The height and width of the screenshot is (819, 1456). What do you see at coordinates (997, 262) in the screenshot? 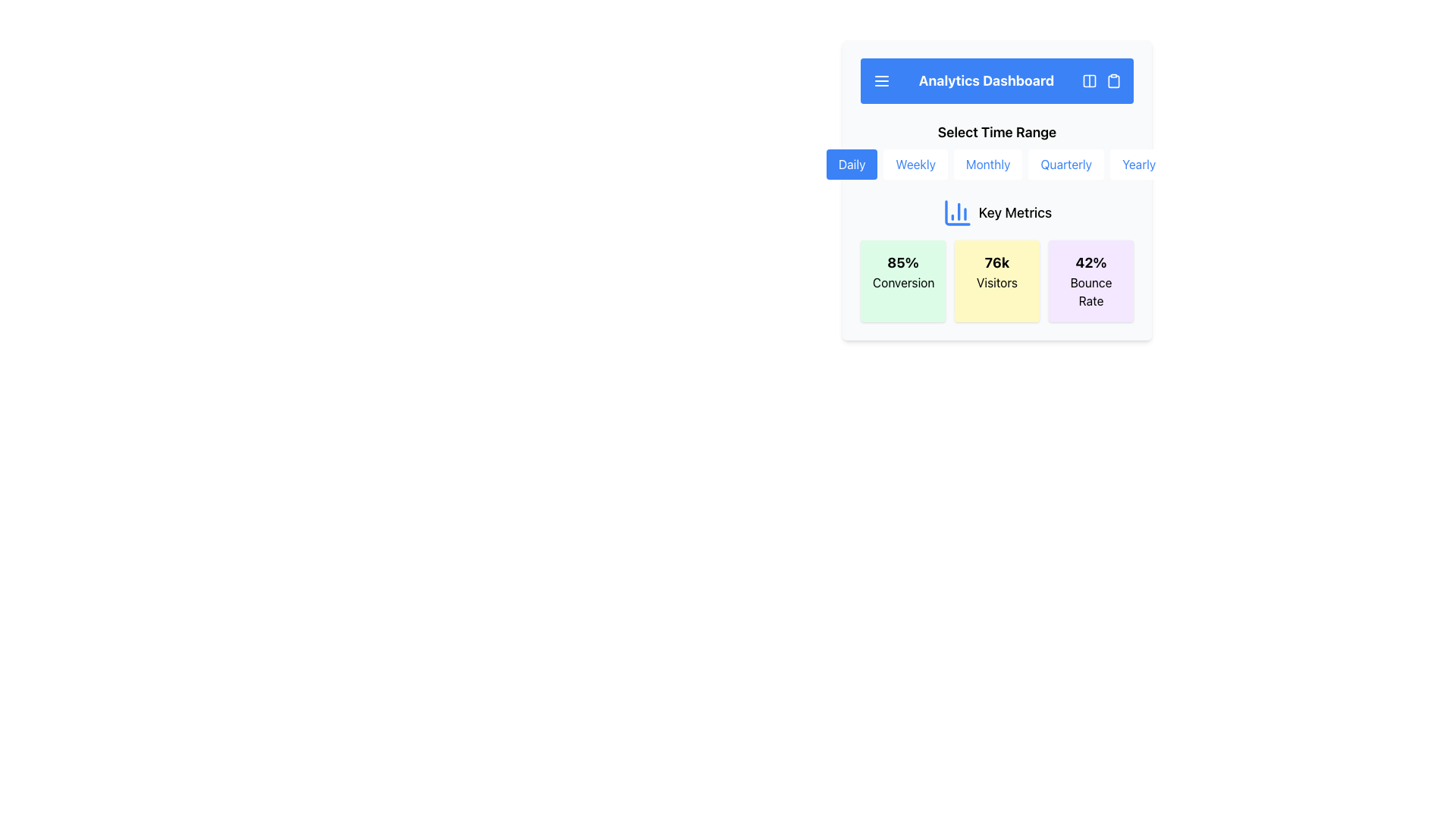
I see `the textual display that shows the number of visitors, represented by '76k', located within the yellow rounded rectangle labeled 'Visitors'` at bounding box center [997, 262].